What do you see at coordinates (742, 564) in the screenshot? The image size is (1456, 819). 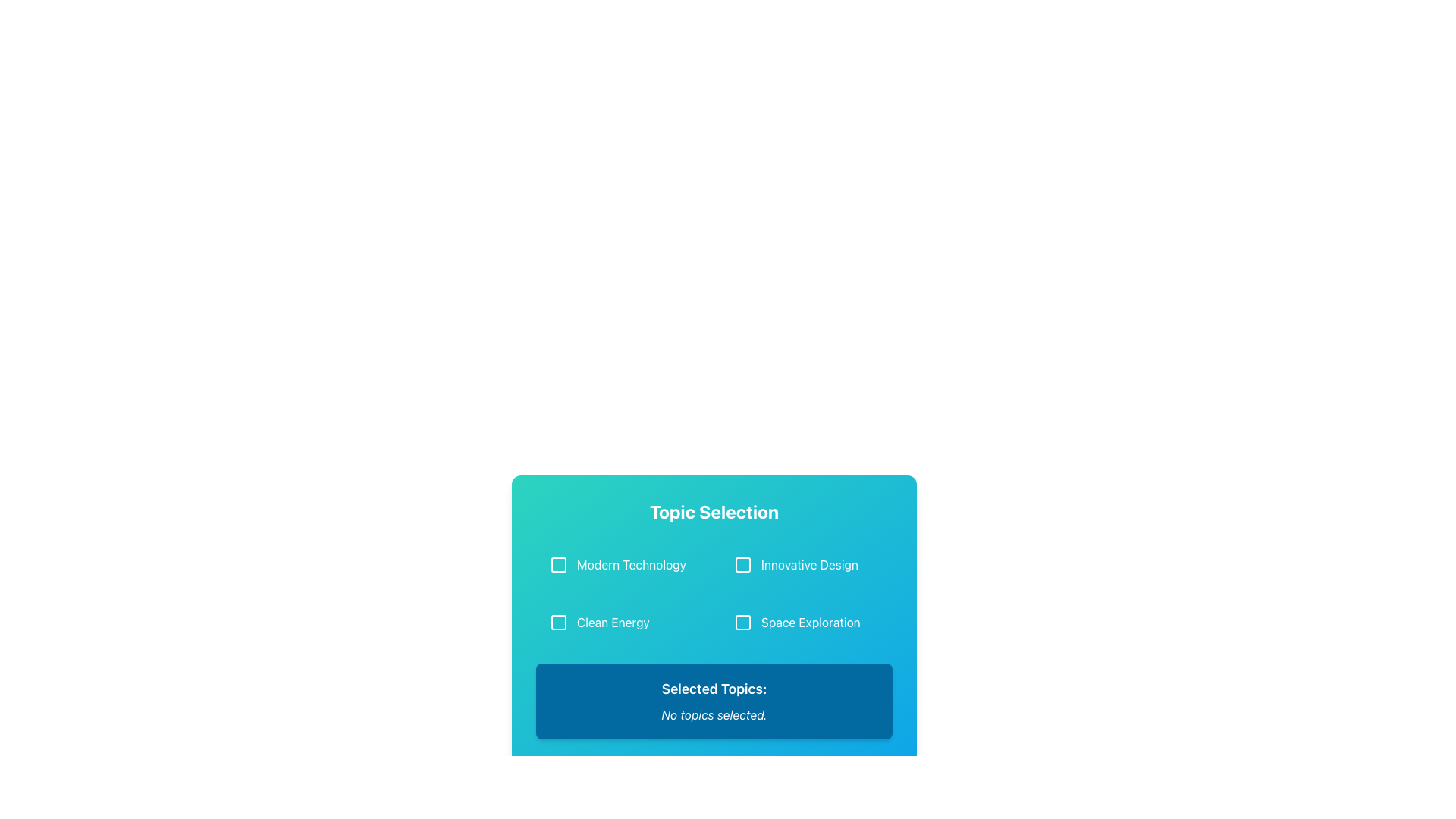 I see `the checkbox located in the Topic Selection section next to the text 'Innovative Design'` at bounding box center [742, 564].